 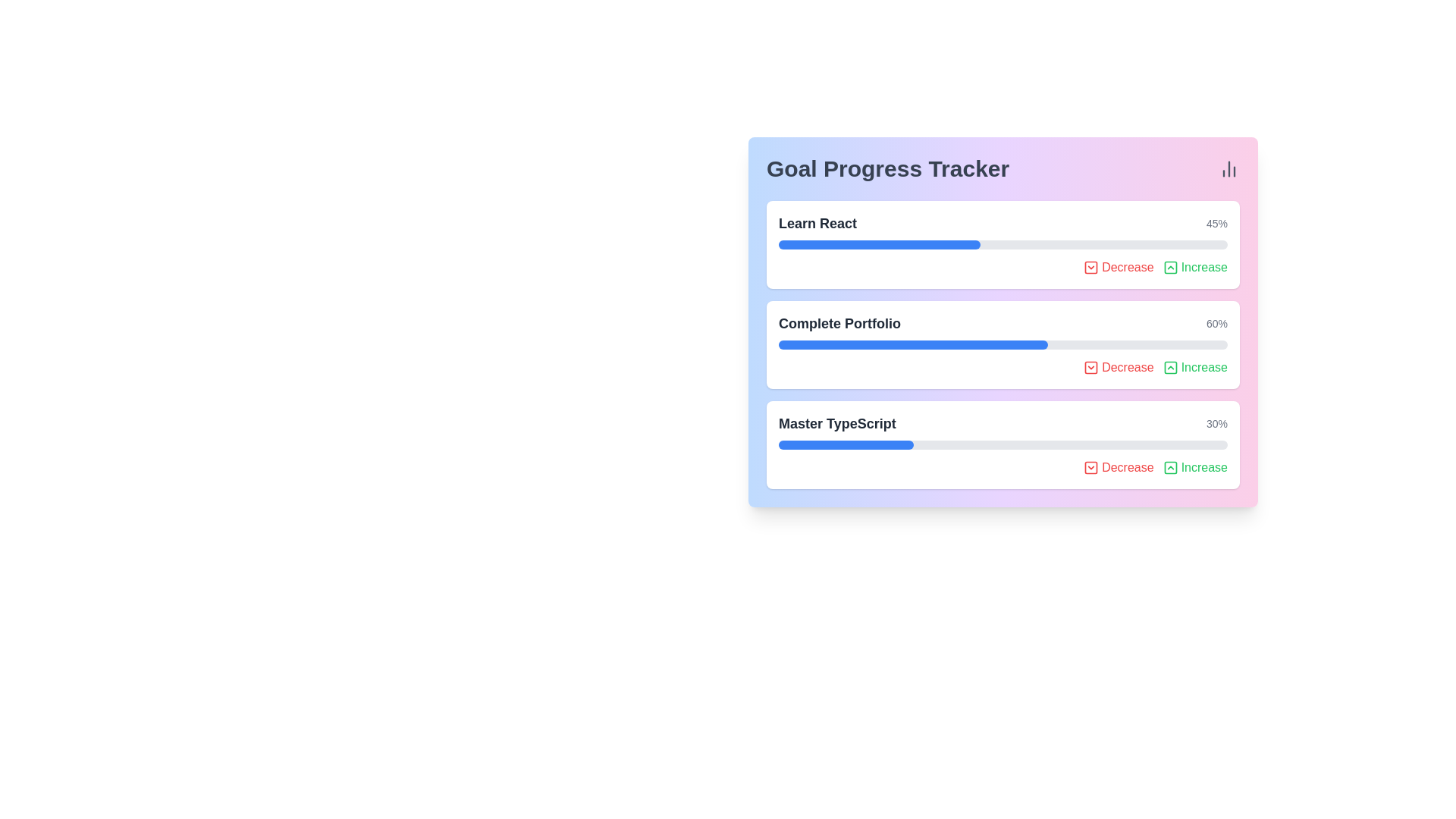 I want to click on the progress information displayed in the 'Complete Portfolio' element, which shows a progress percentage of '60%' in the Goal Progress Tracker, so click(x=1003, y=323).